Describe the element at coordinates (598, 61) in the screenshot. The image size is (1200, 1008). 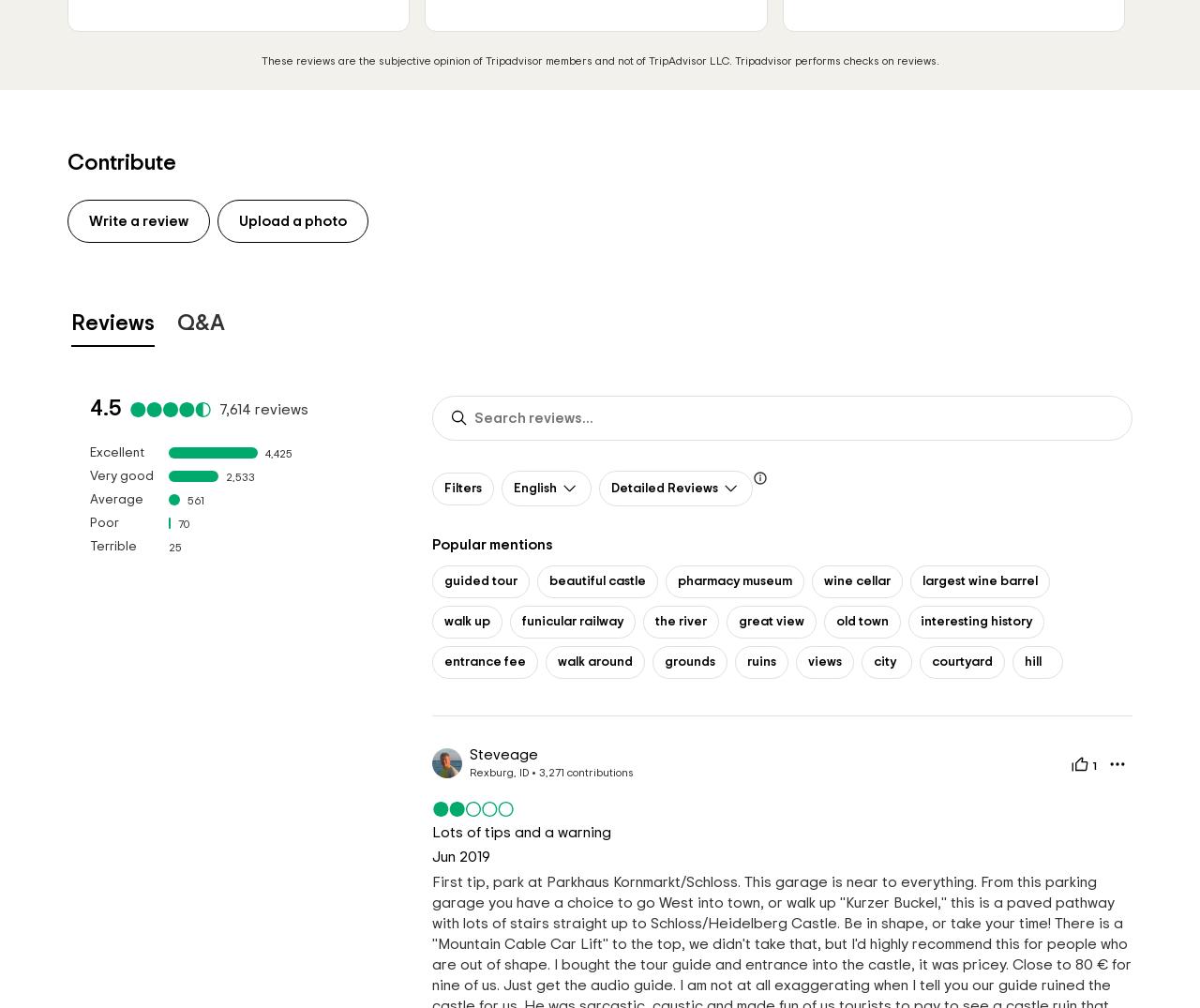
I see `'These reviews are the subjective opinion of Tripadvisor members and not of TripAdvisor LLC. Tripadvisor performs checks on reviews.'` at that location.